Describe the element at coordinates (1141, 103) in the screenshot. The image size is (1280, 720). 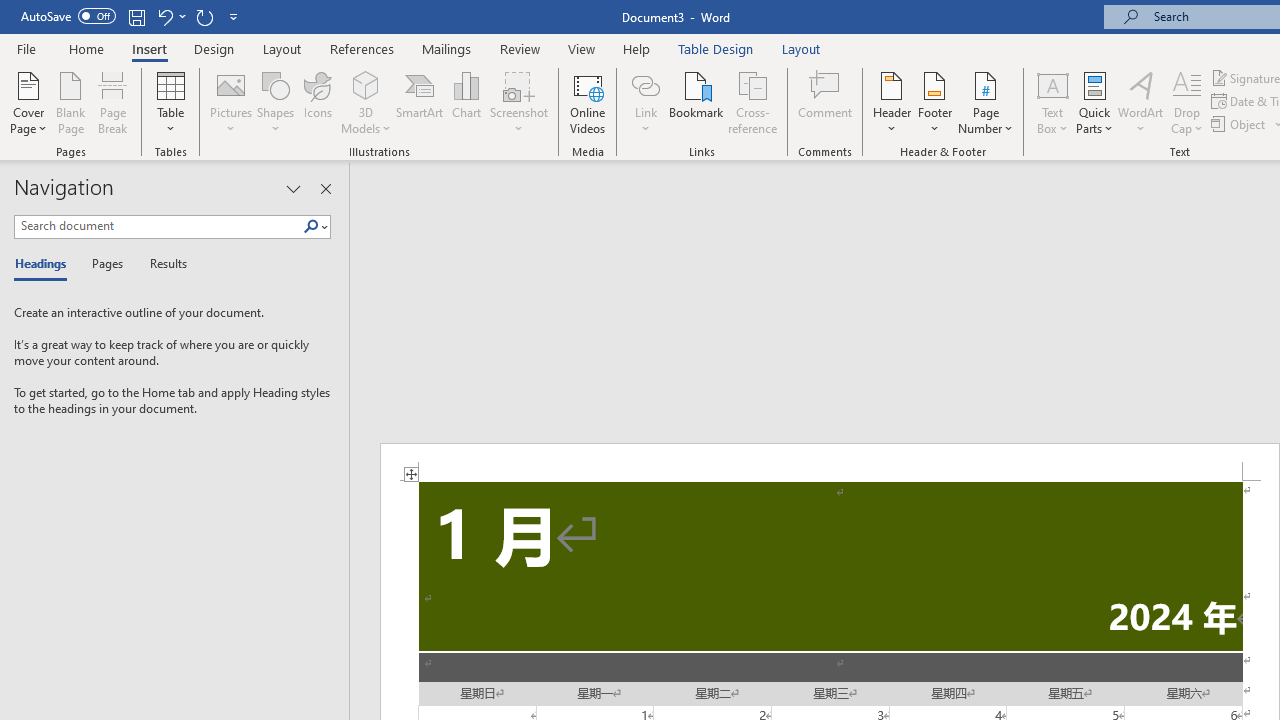
I see `'WordArt'` at that location.